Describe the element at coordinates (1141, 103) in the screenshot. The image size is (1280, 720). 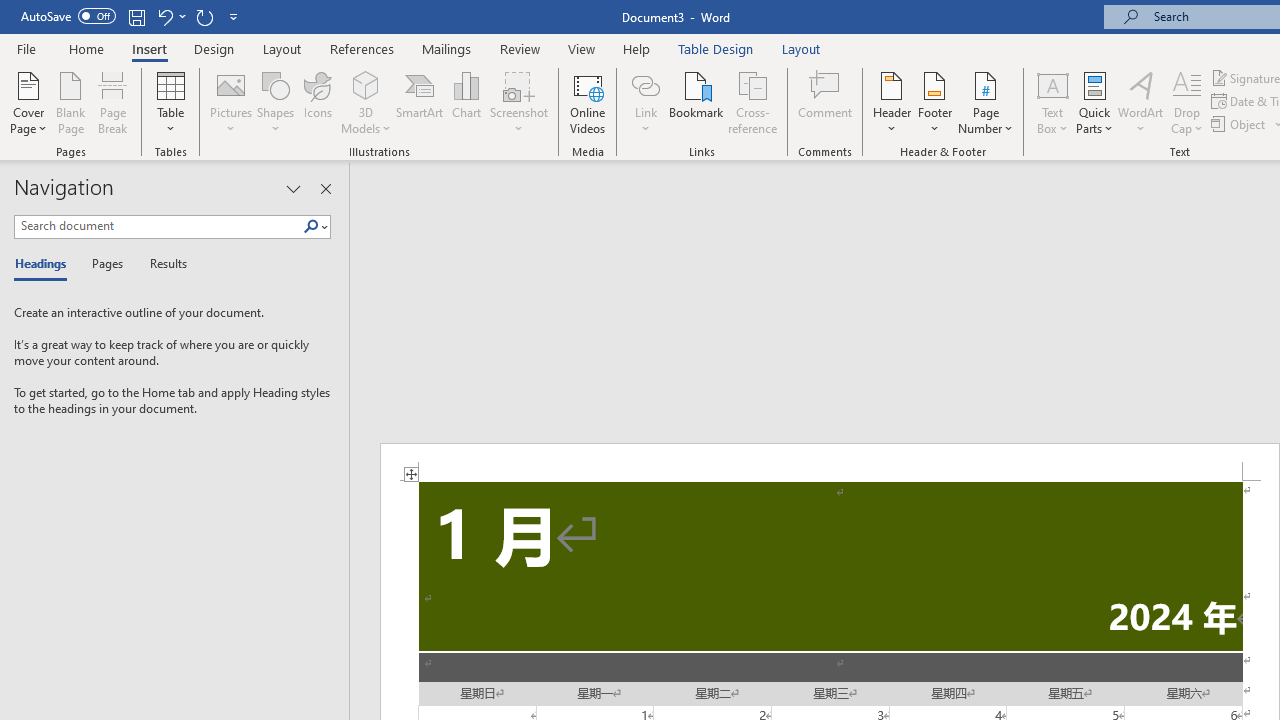
I see `'WordArt'` at that location.